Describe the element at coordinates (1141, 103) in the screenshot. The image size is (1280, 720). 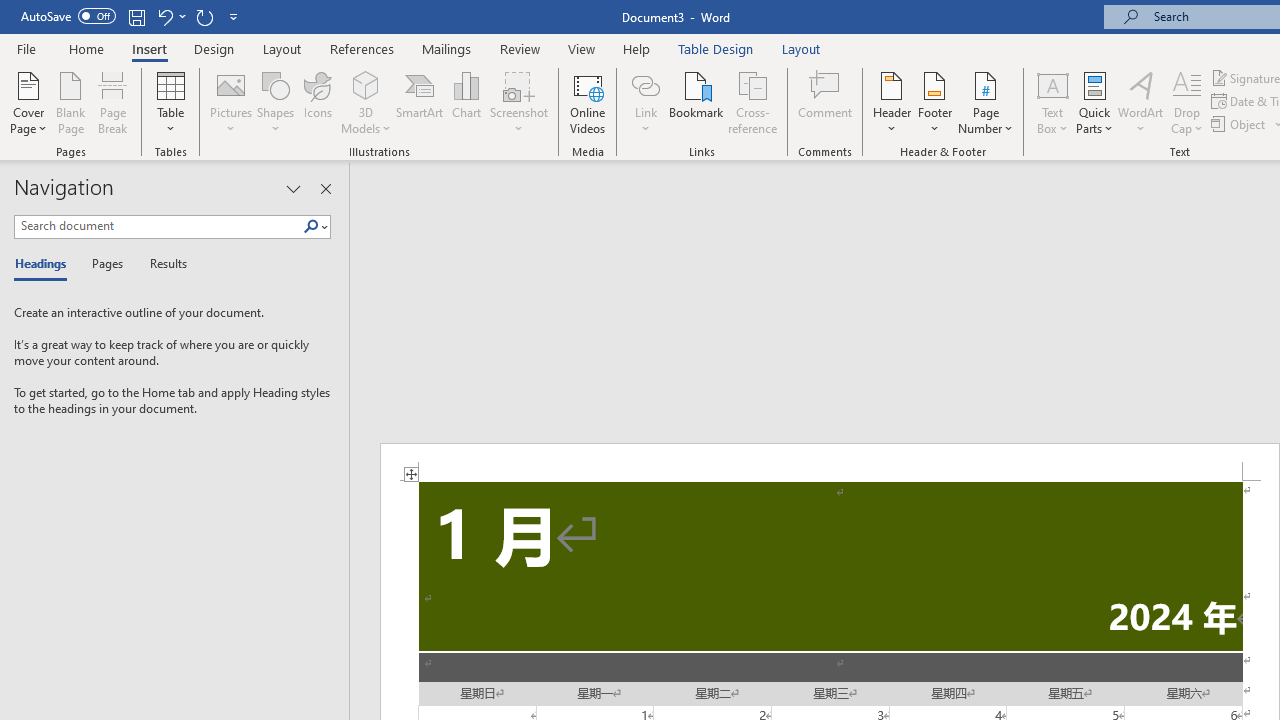
I see `'WordArt'` at that location.